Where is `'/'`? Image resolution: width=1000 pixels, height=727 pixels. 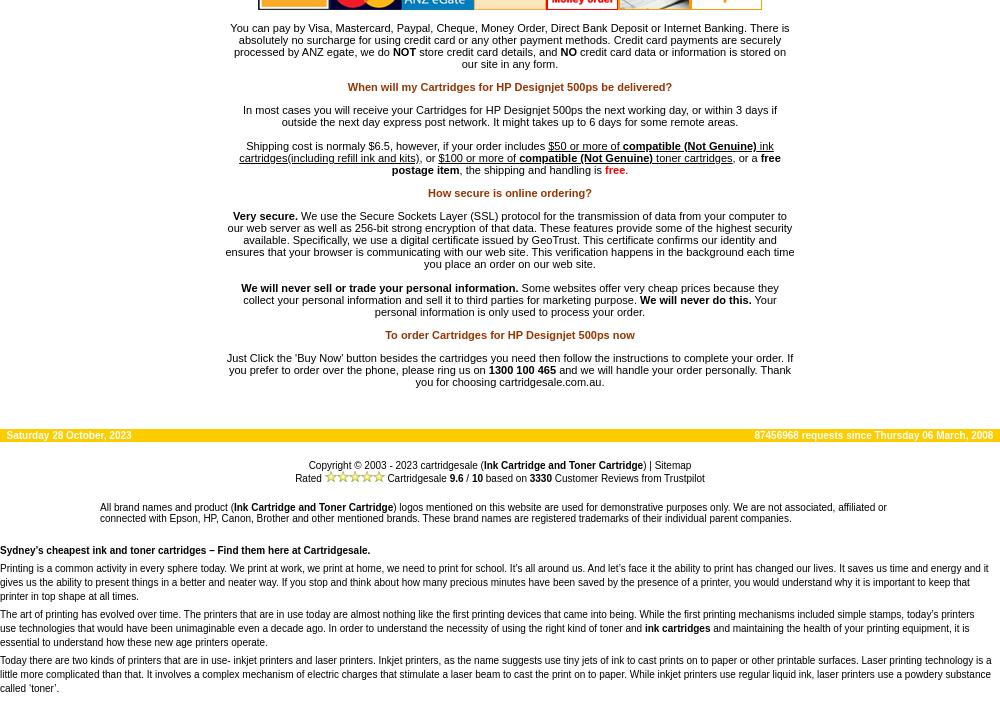 '/' is located at coordinates (466, 477).